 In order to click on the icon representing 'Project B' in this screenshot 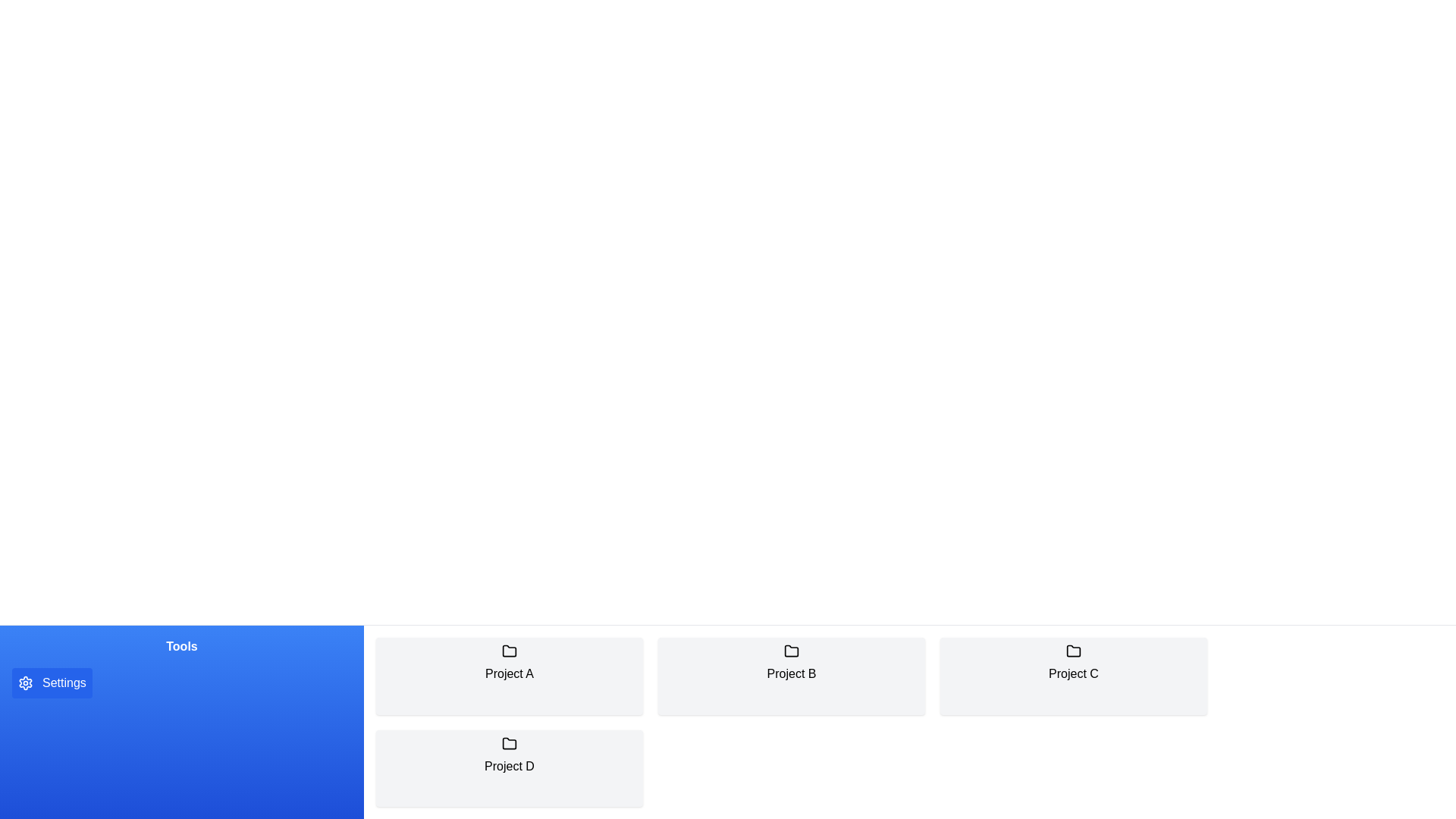, I will do `click(790, 651)`.